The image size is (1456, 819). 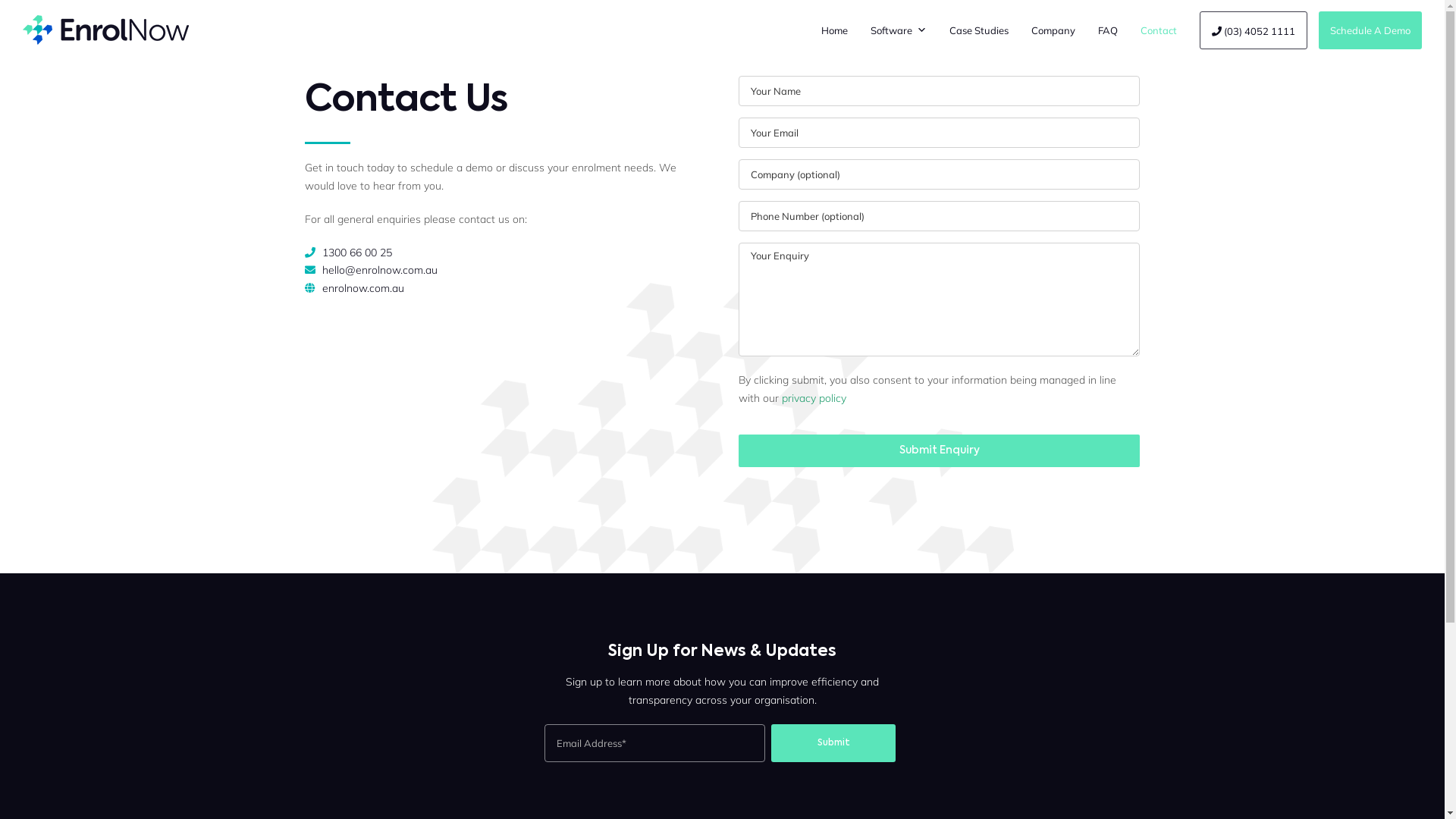 What do you see at coordinates (813, 397) in the screenshot?
I see `'privacy policy'` at bounding box center [813, 397].